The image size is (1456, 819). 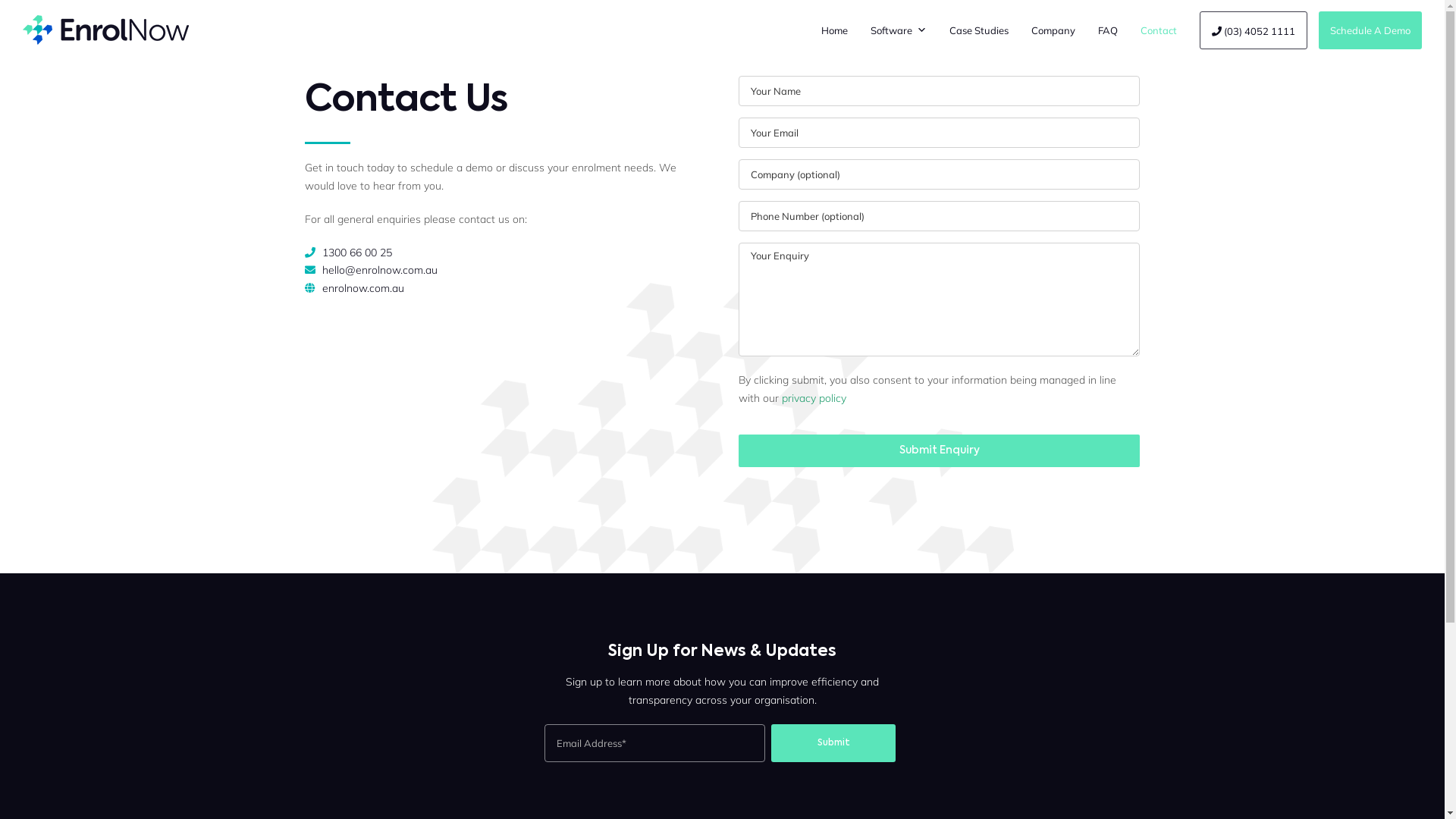 What do you see at coordinates (813, 397) in the screenshot?
I see `'privacy policy'` at bounding box center [813, 397].